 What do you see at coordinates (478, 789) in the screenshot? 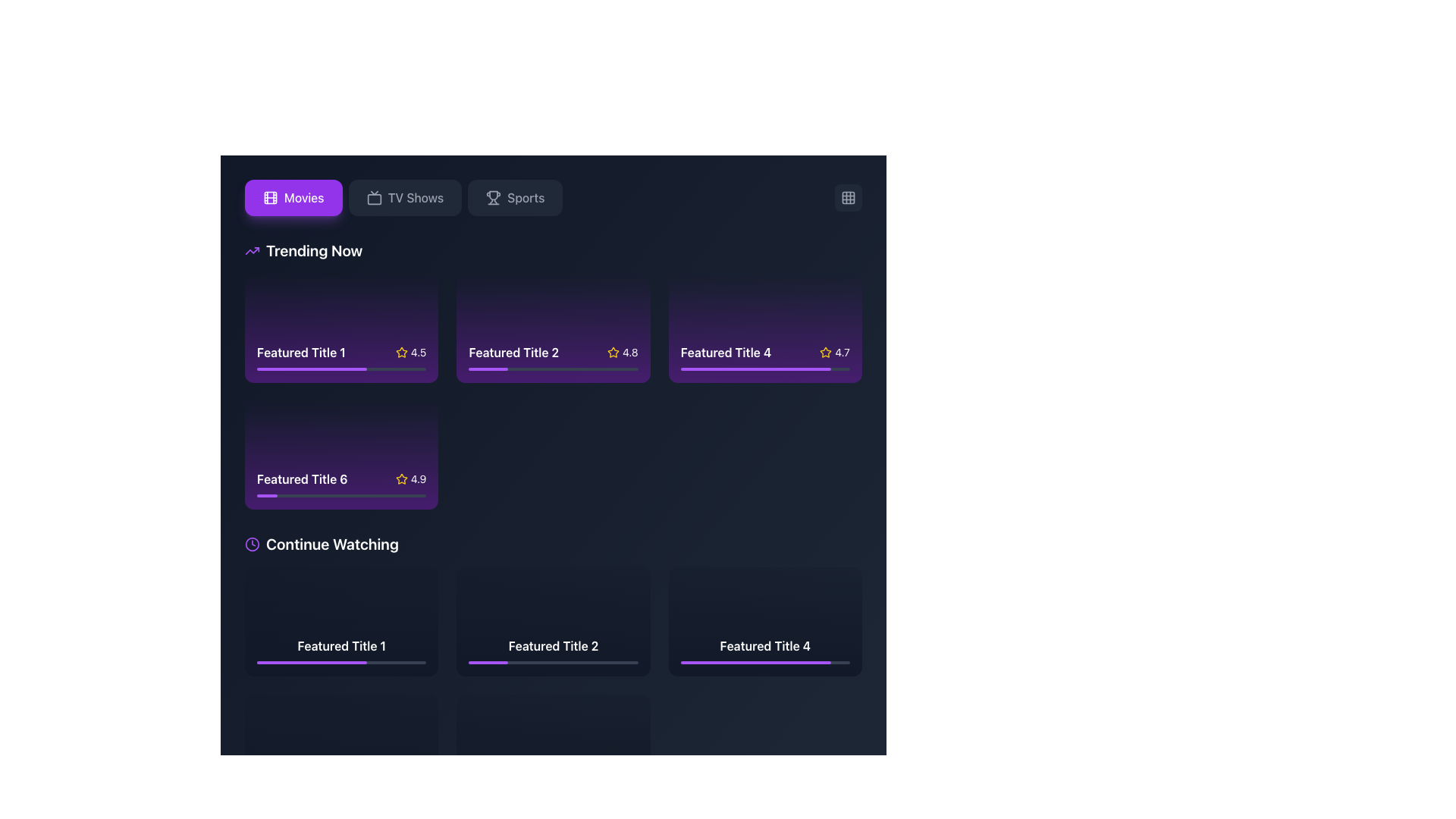
I see `the purple progress bar segment indicating the progress of 'Featured Title 1' in the 'Continue Watching' section to possibly display additional information` at bounding box center [478, 789].